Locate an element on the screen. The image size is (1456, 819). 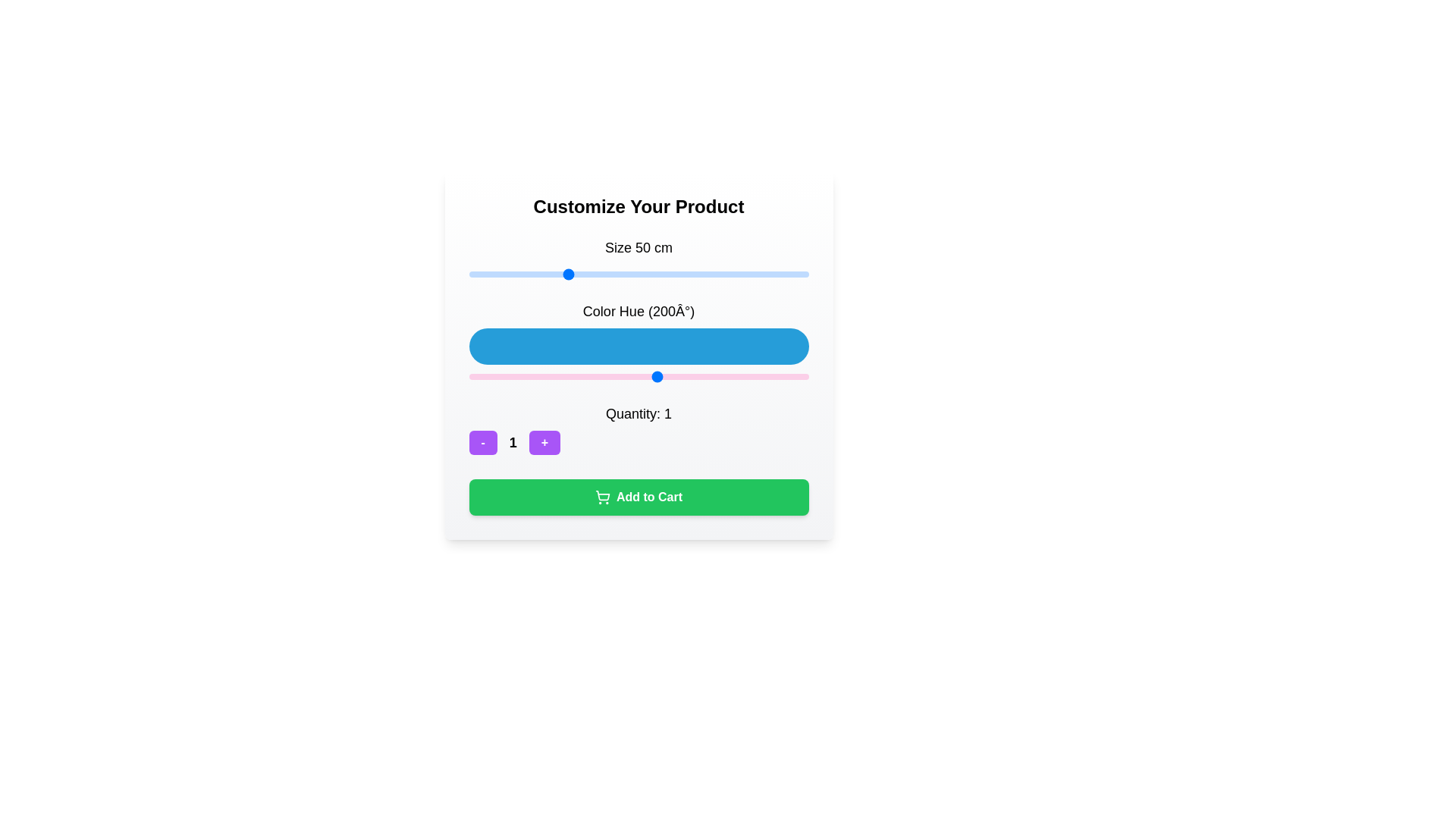
the blue handle of the color hue range slider, which is positioned below the 'Color Hue (200°)' label is located at coordinates (639, 376).